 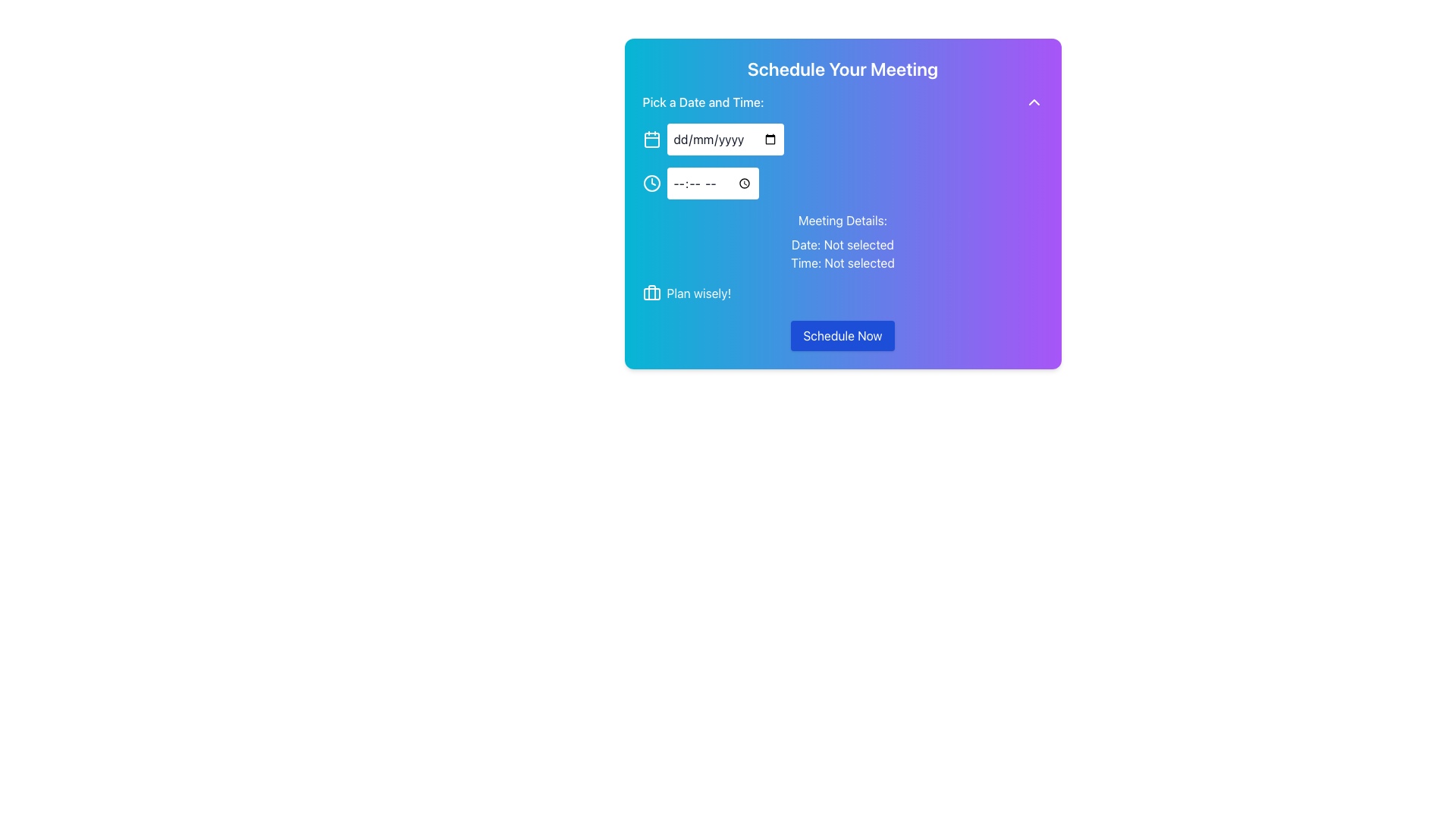 I want to click on the calendar icon, which is a minimalistic square outline with date marks, located to the left of the date input field, so click(x=651, y=140).